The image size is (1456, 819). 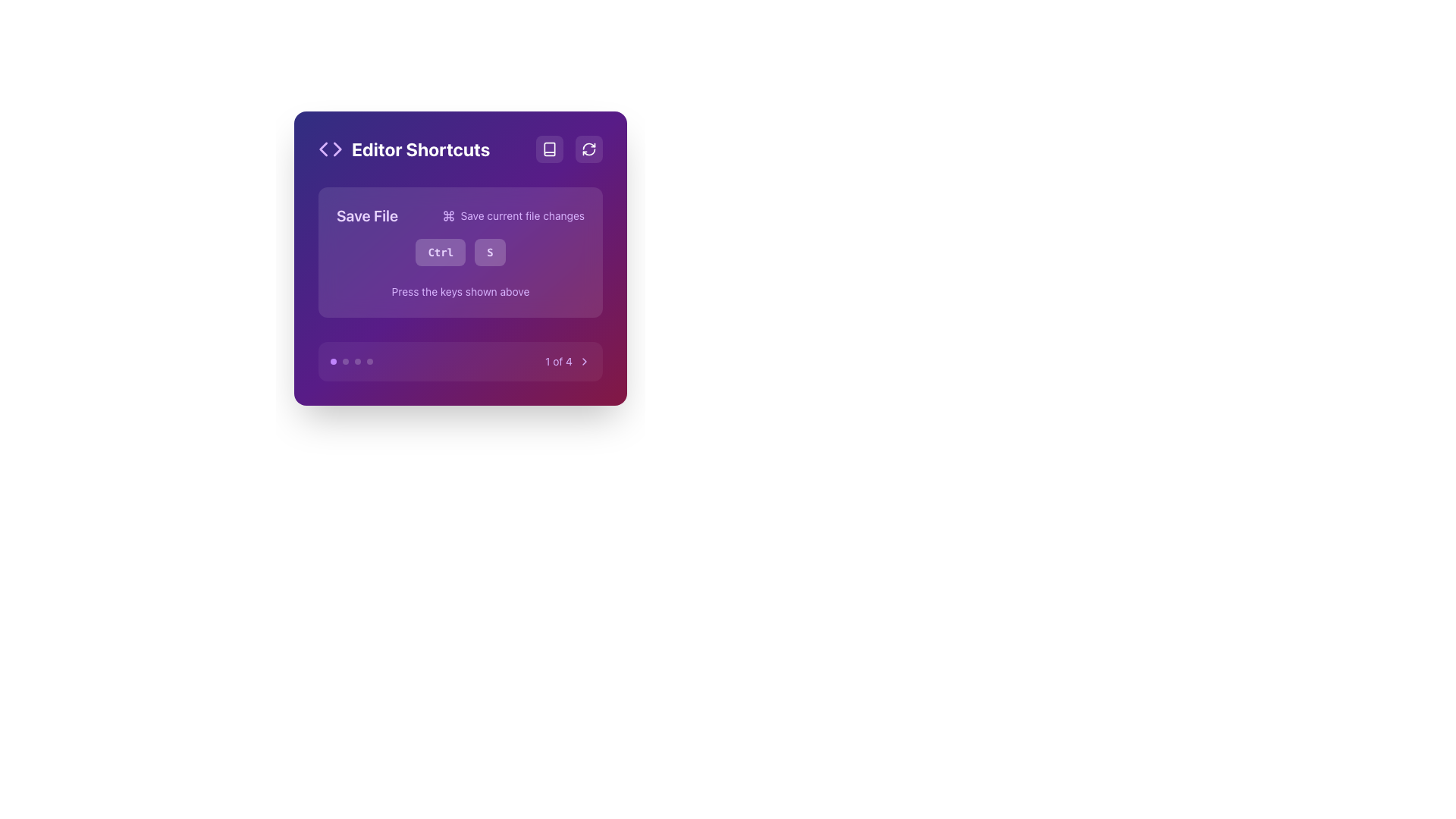 I want to click on the 'Editor Shortcuts' text heading, which is prominently displayed in a large bold white font within a purple gradient header section, so click(x=460, y=149).